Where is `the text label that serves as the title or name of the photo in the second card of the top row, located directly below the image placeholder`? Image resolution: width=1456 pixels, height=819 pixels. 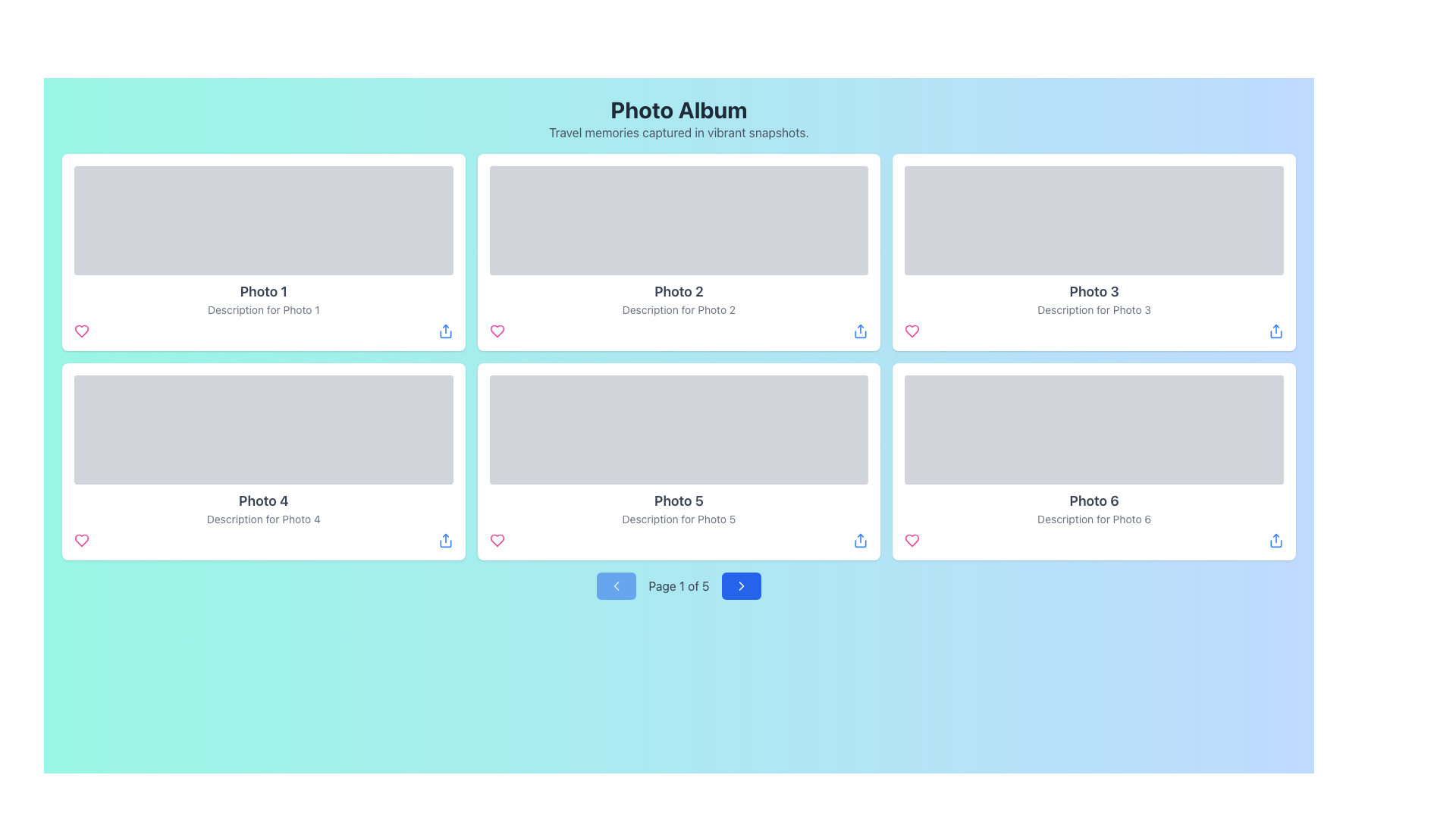 the text label that serves as the title or name of the photo in the second card of the top row, located directly below the image placeholder is located at coordinates (678, 292).